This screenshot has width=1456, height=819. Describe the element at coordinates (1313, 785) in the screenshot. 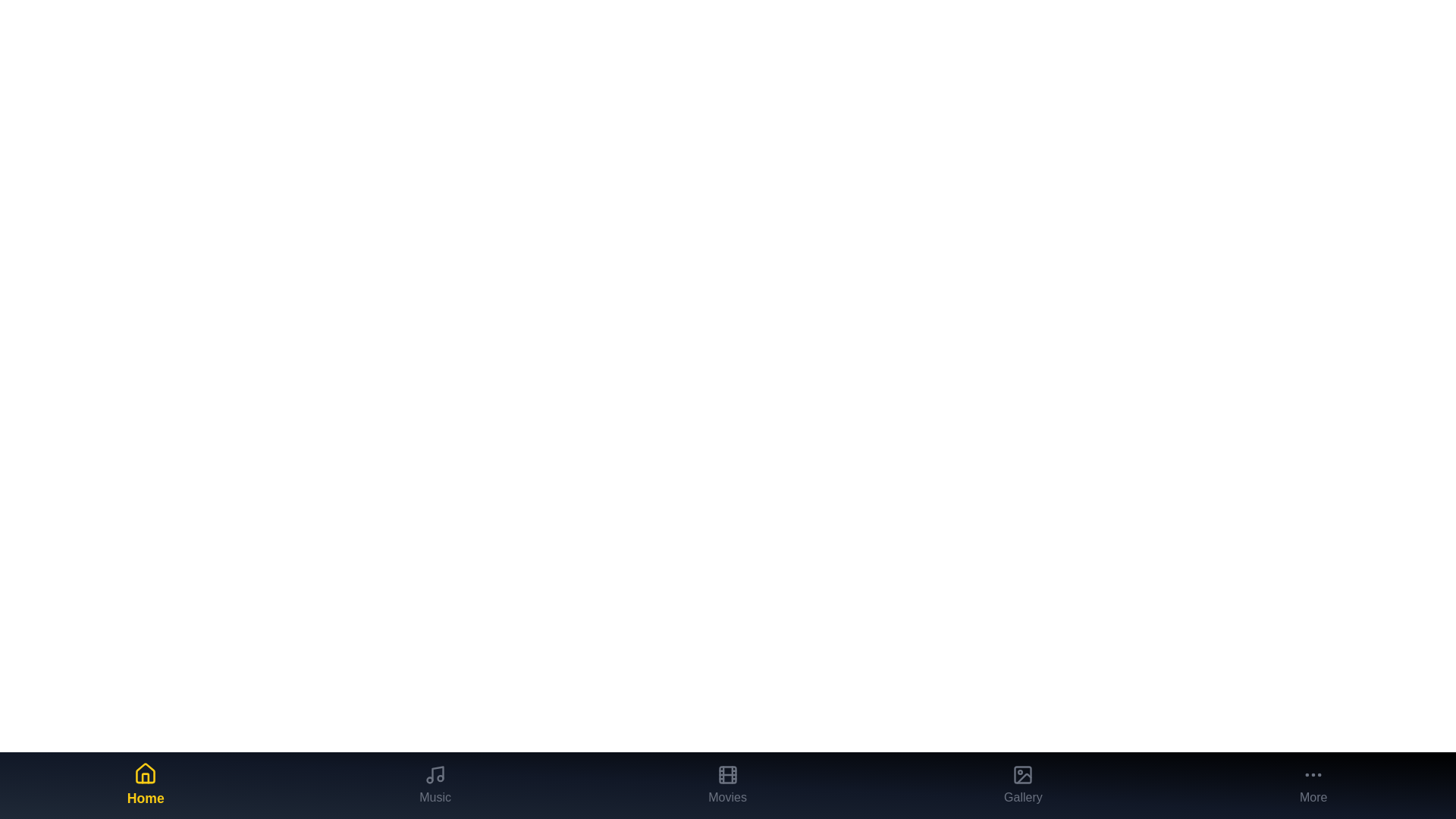

I see `the More tab in the bottom navigation bar` at that location.